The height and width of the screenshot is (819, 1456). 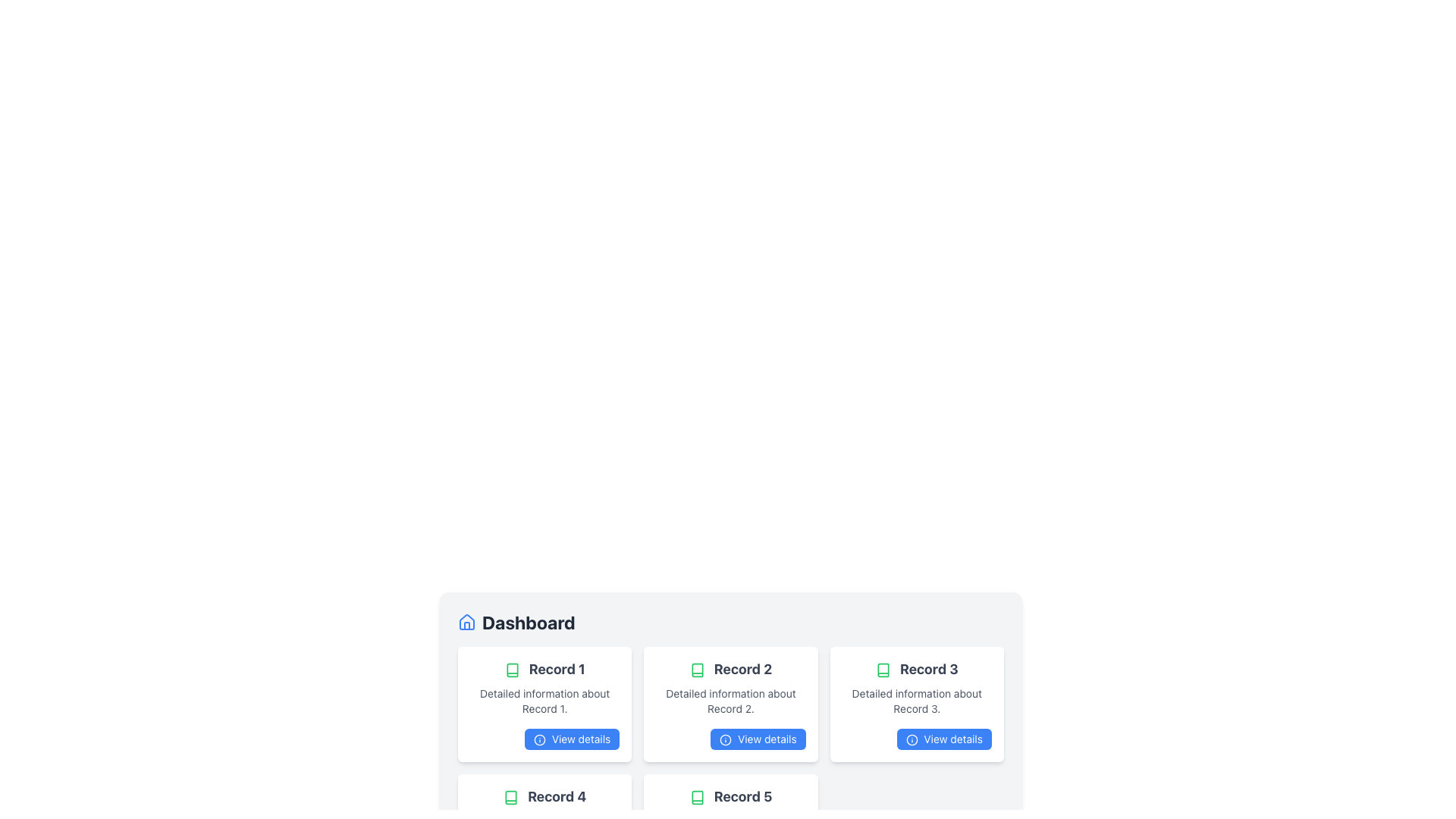 What do you see at coordinates (916, 669) in the screenshot?
I see `the Text label that serves as the title for the associated card item, located in the top-right card of a grid layout, above the text 'Detailed information about Record 3'` at bounding box center [916, 669].